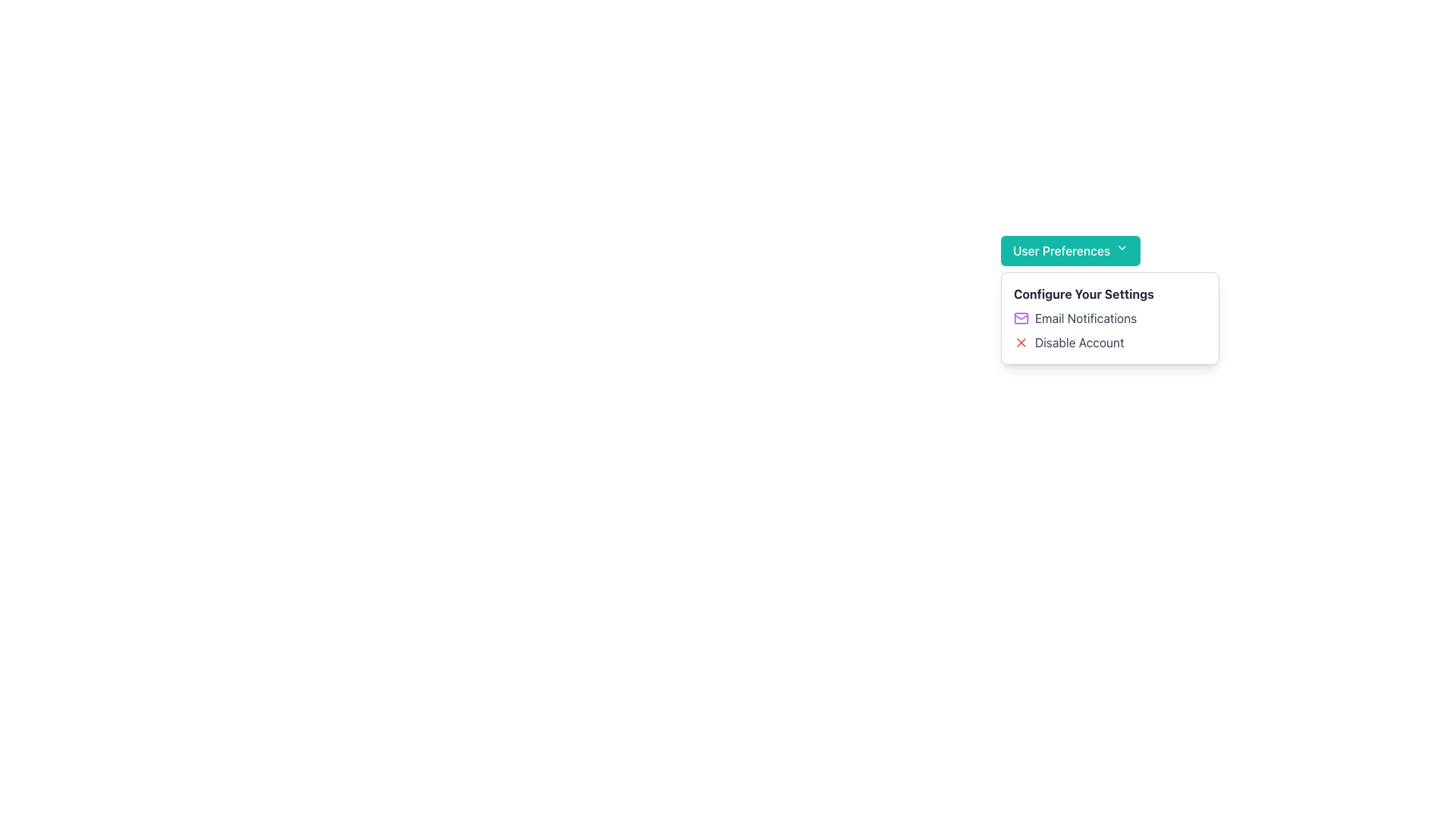 This screenshot has width=1456, height=819. I want to click on the 'X' icon which is positioned to the immediate left of the 'Disable Account' text label, part of the 'Configure Your Settings' grouping, so click(1021, 342).